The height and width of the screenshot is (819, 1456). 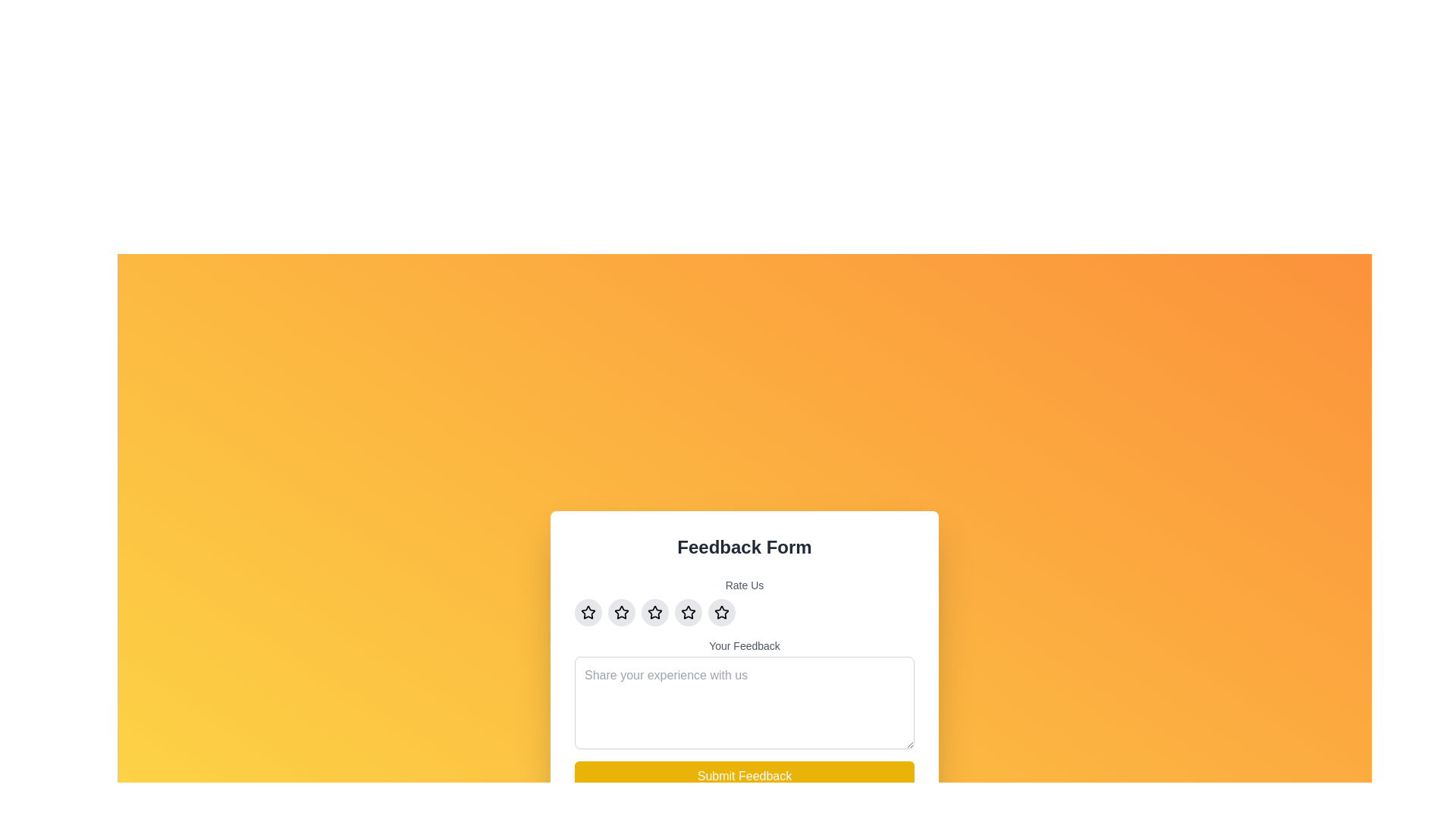 What do you see at coordinates (655, 611) in the screenshot?
I see `the third star-shaped rating icon` at bounding box center [655, 611].